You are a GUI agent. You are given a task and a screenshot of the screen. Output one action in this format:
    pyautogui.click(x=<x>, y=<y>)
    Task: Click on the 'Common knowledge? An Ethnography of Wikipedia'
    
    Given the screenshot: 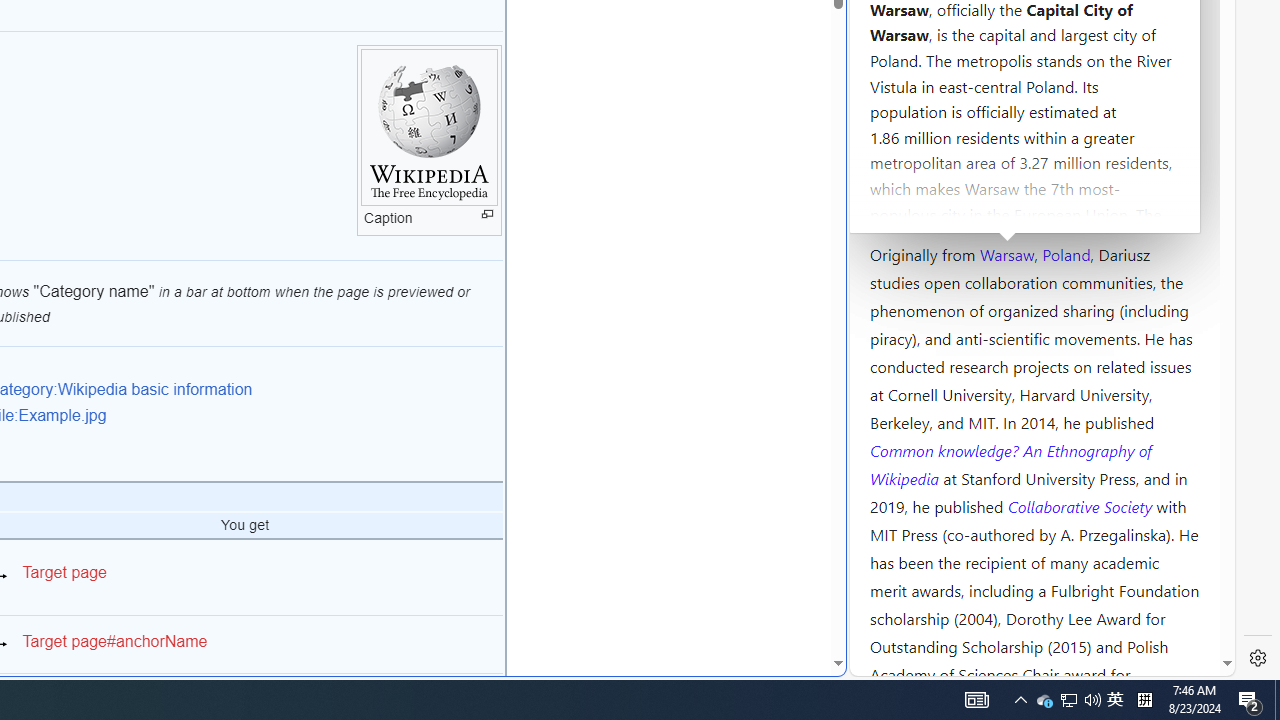 What is the action you would take?
    pyautogui.click(x=1010, y=464)
    